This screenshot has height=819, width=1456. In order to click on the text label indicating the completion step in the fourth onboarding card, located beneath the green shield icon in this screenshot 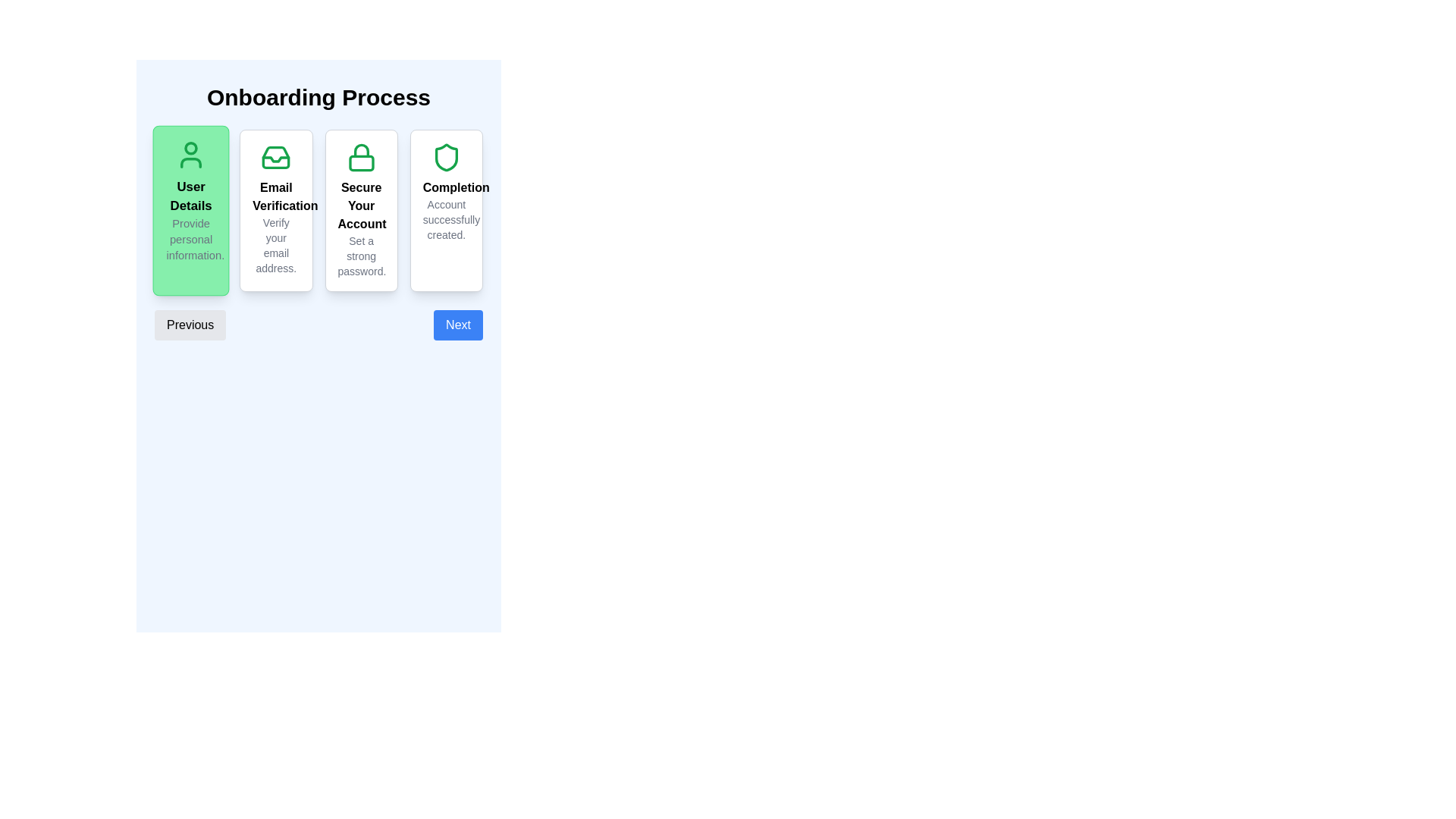, I will do `click(445, 187)`.